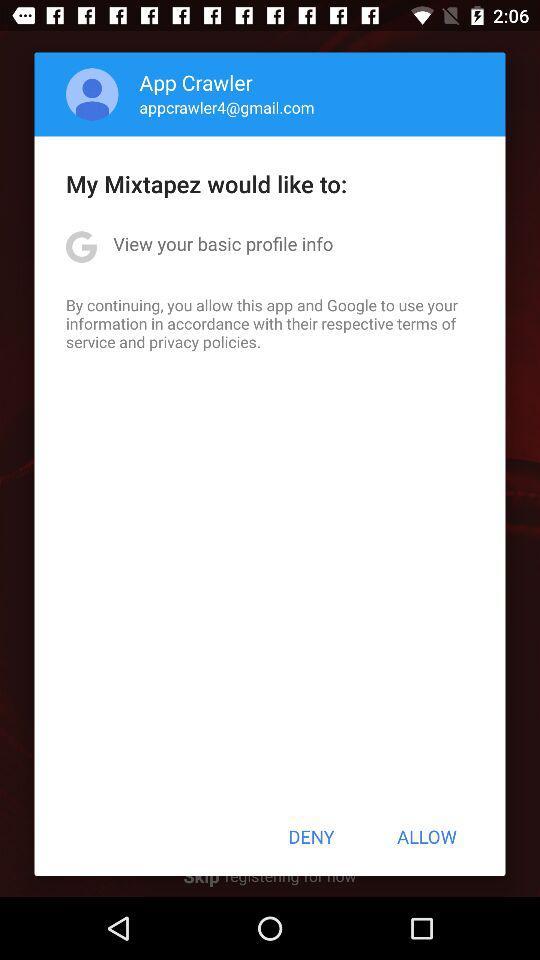 This screenshot has width=540, height=960. I want to click on view your basic item, so click(222, 242).